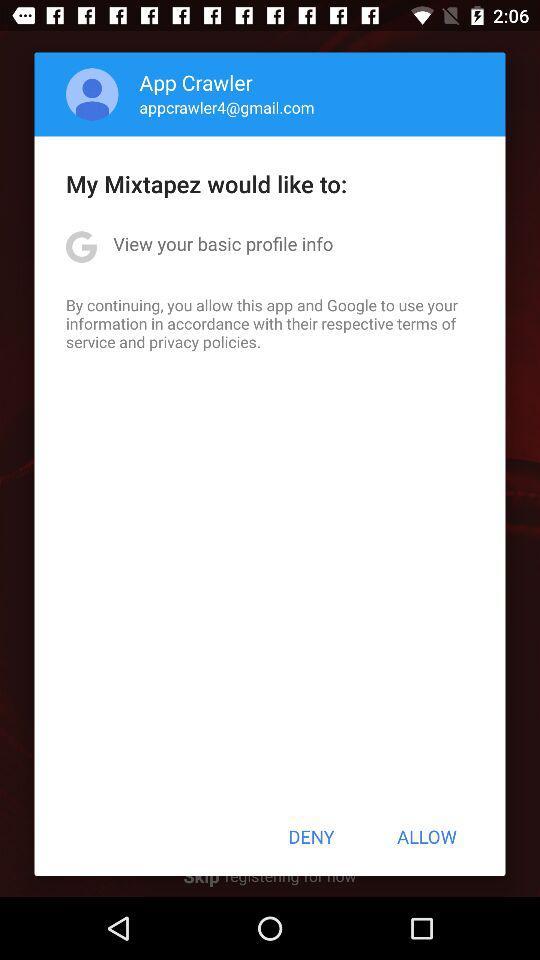 This screenshot has width=540, height=960. I want to click on view your basic item, so click(222, 242).